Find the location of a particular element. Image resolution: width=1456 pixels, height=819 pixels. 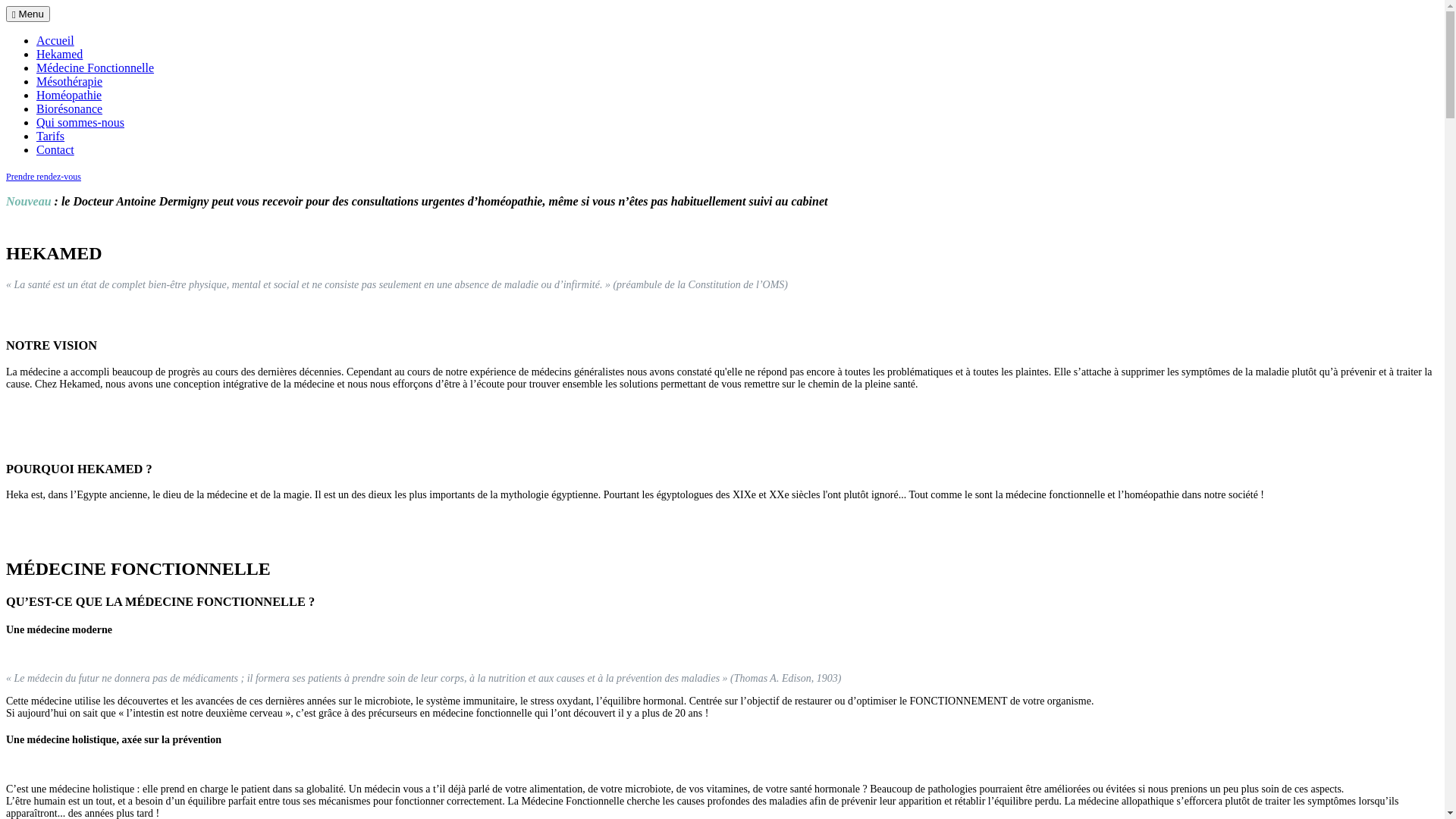

'Qui sommes-nous' is located at coordinates (79, 121).